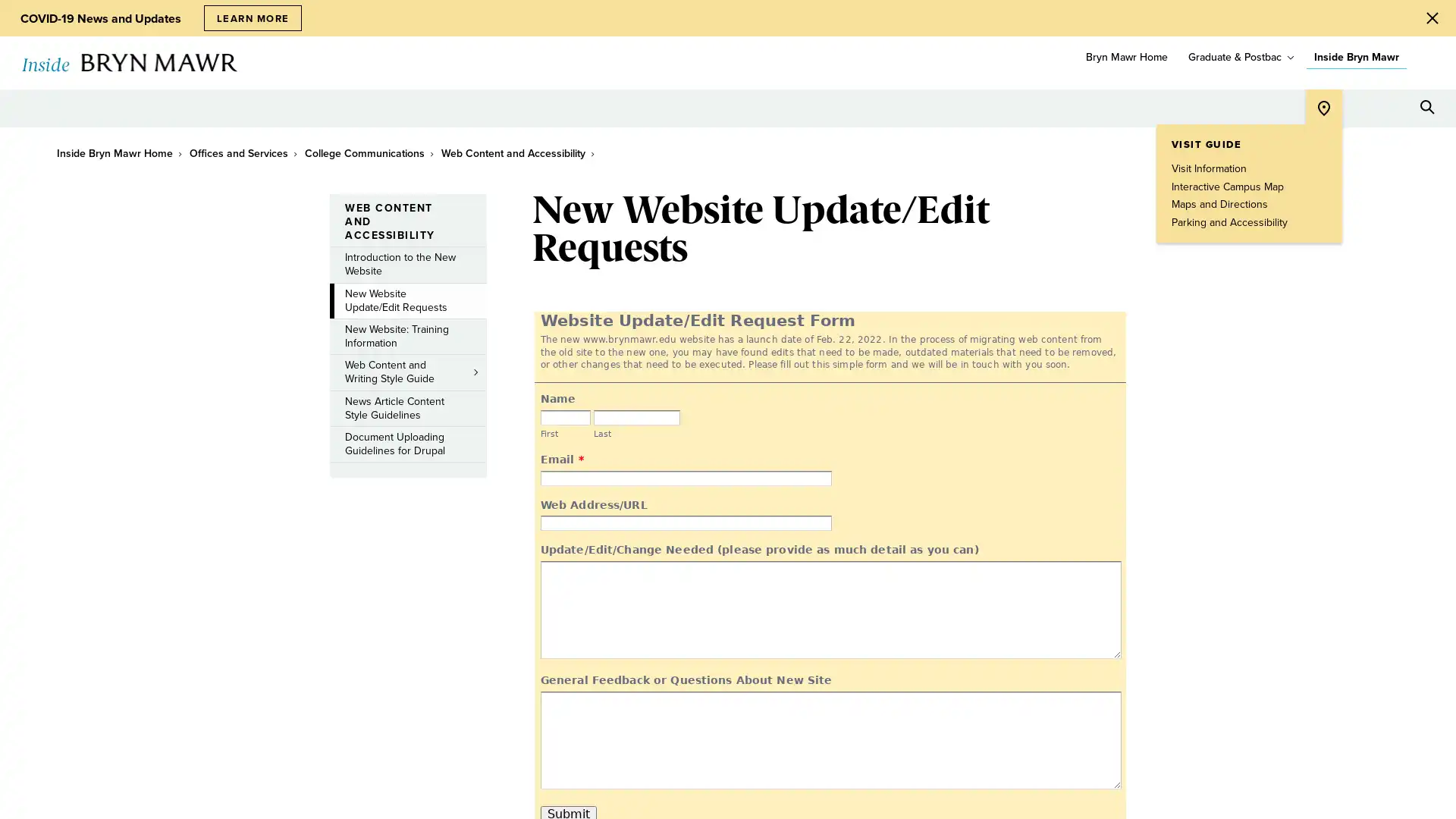 The width and height of the screenshot is (1456, 819). Describe the element at coordinates (174, 99) in the screenshot. I see `toggle submenu` at that location.